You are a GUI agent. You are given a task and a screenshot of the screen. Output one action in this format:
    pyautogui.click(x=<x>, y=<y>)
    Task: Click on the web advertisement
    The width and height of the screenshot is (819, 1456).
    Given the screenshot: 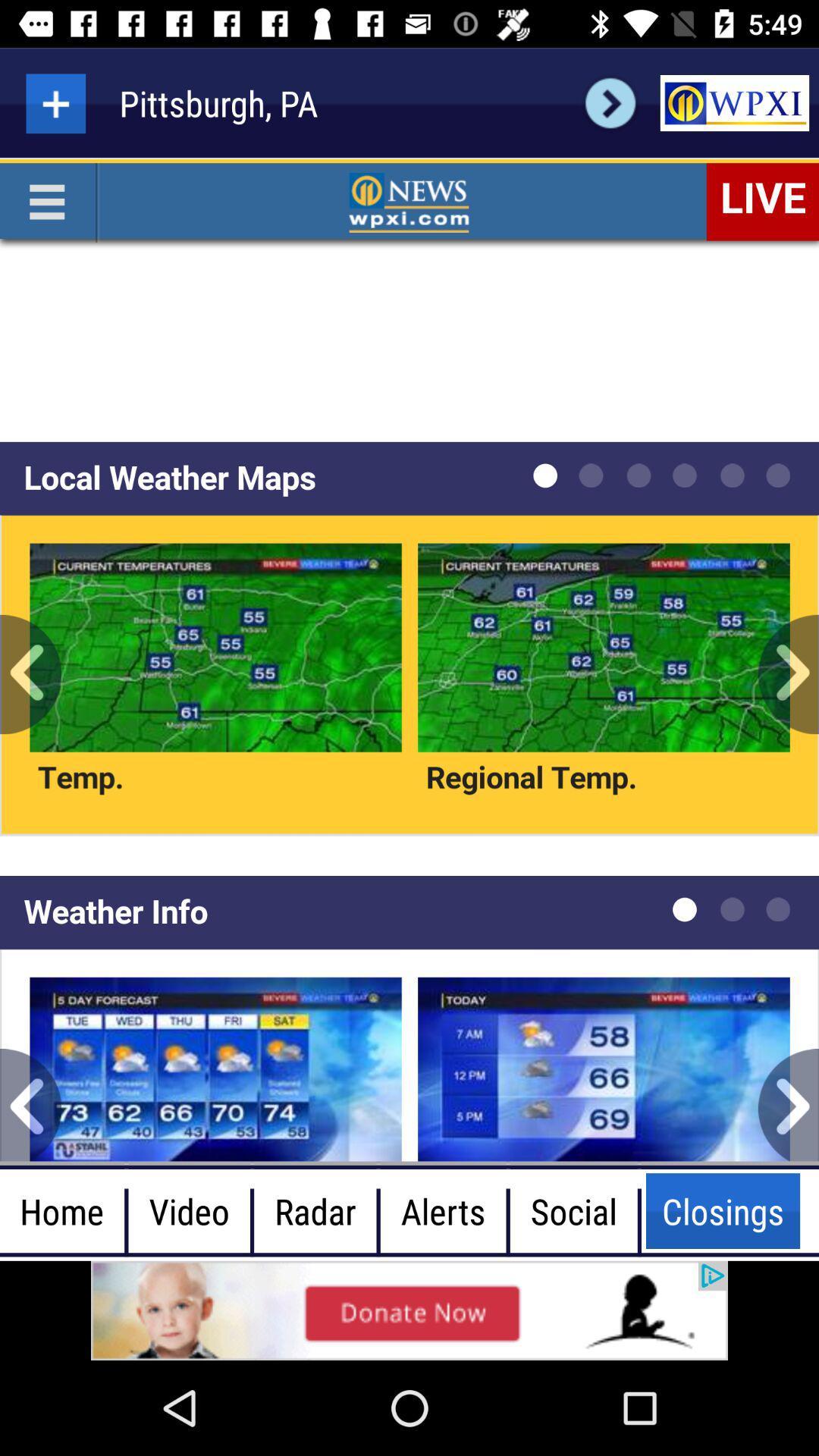 What is the action you would take?
    pyautogui.click(x=409, y=1310)
    